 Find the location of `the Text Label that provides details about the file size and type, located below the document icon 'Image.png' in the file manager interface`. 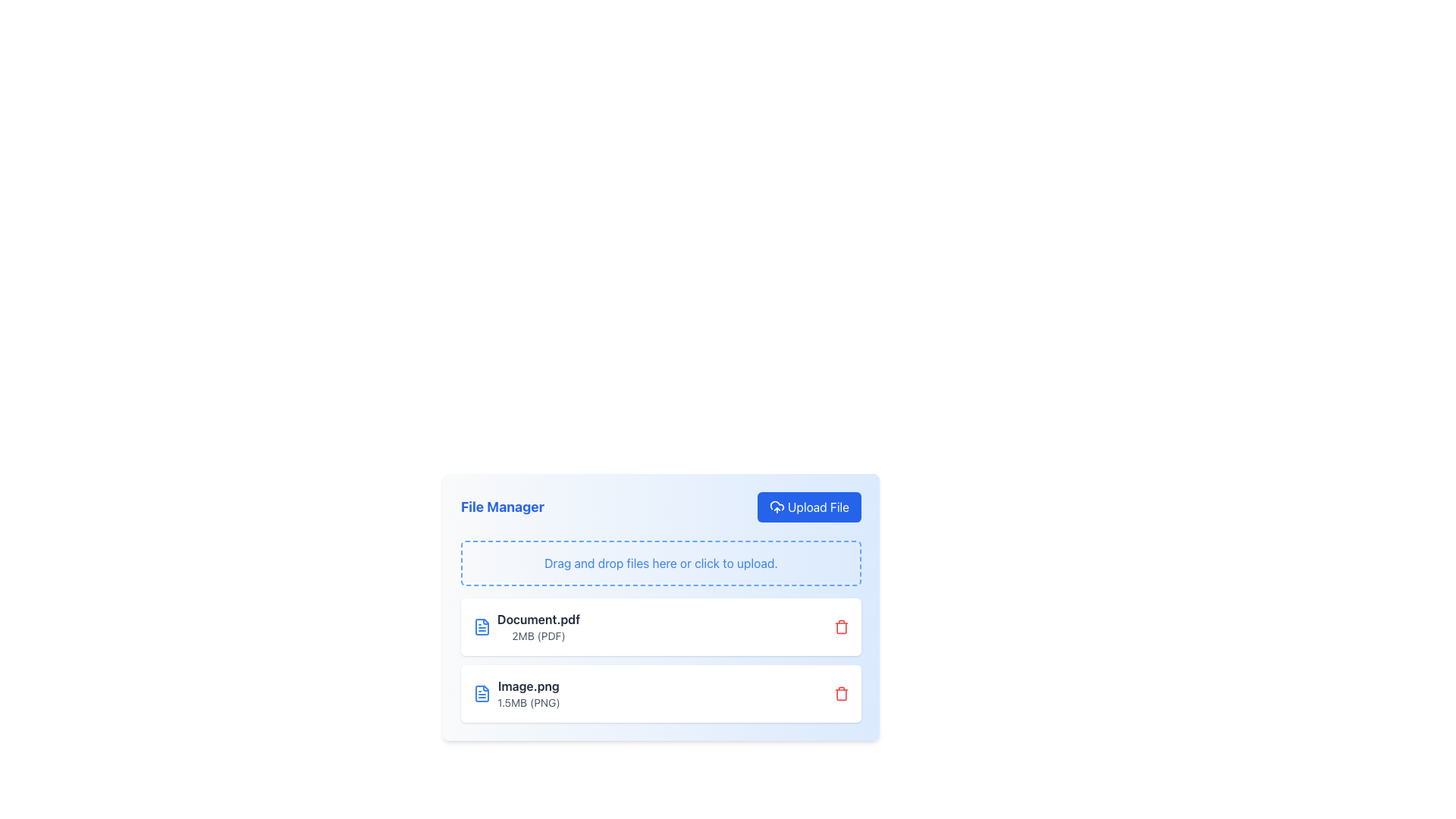

the Text Label that provides details about the file size and type, located below the document icon 'Image.png' in the file manager interface is located at coordinates (529, 702).